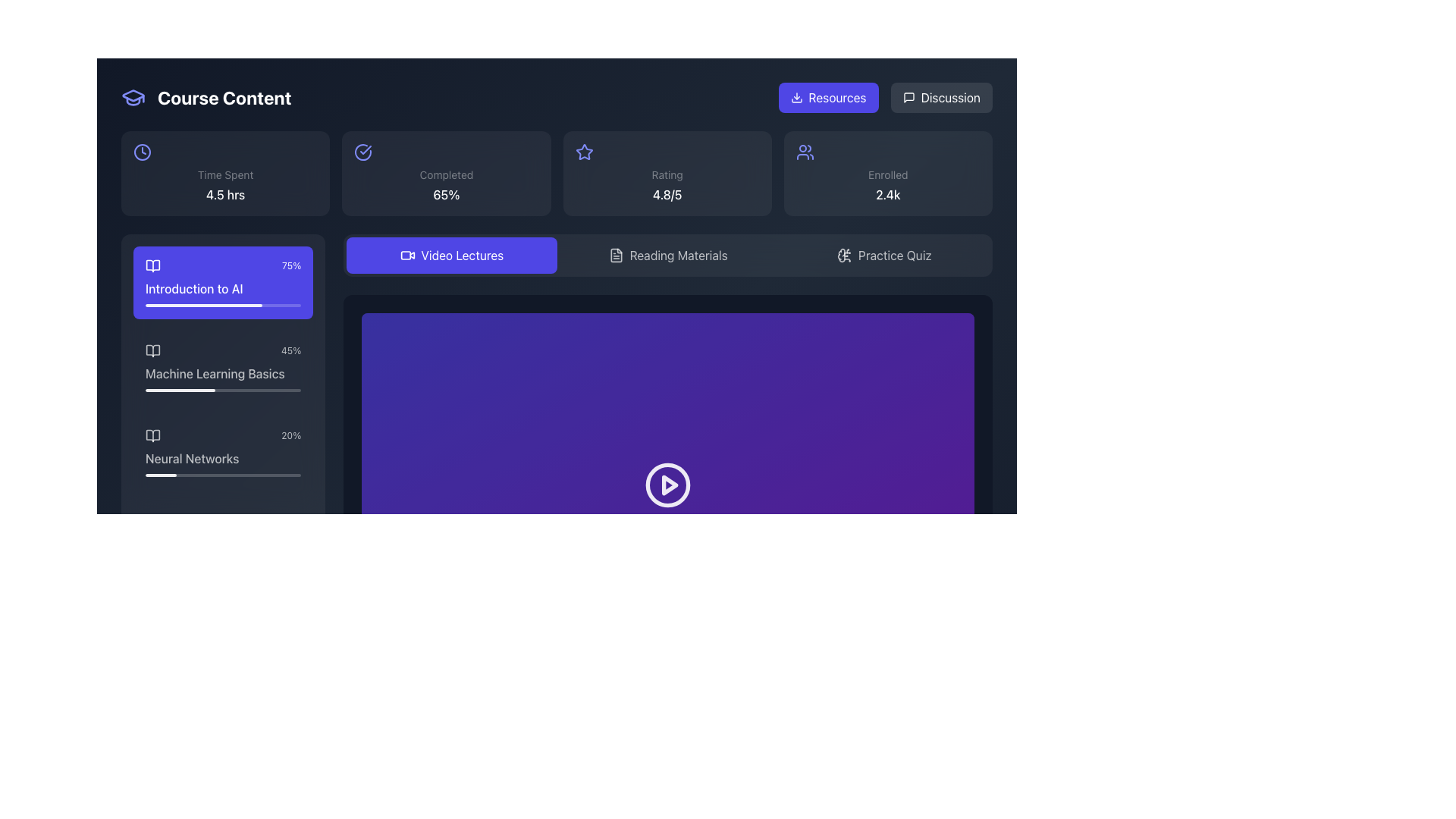 The height and width of the screenshot is (819, 1456). I want to click on the icon representing the 'Introduction to AI' section, which is located to the left of the title and adjacent to the completion percentage indicator, so click(152, 265).